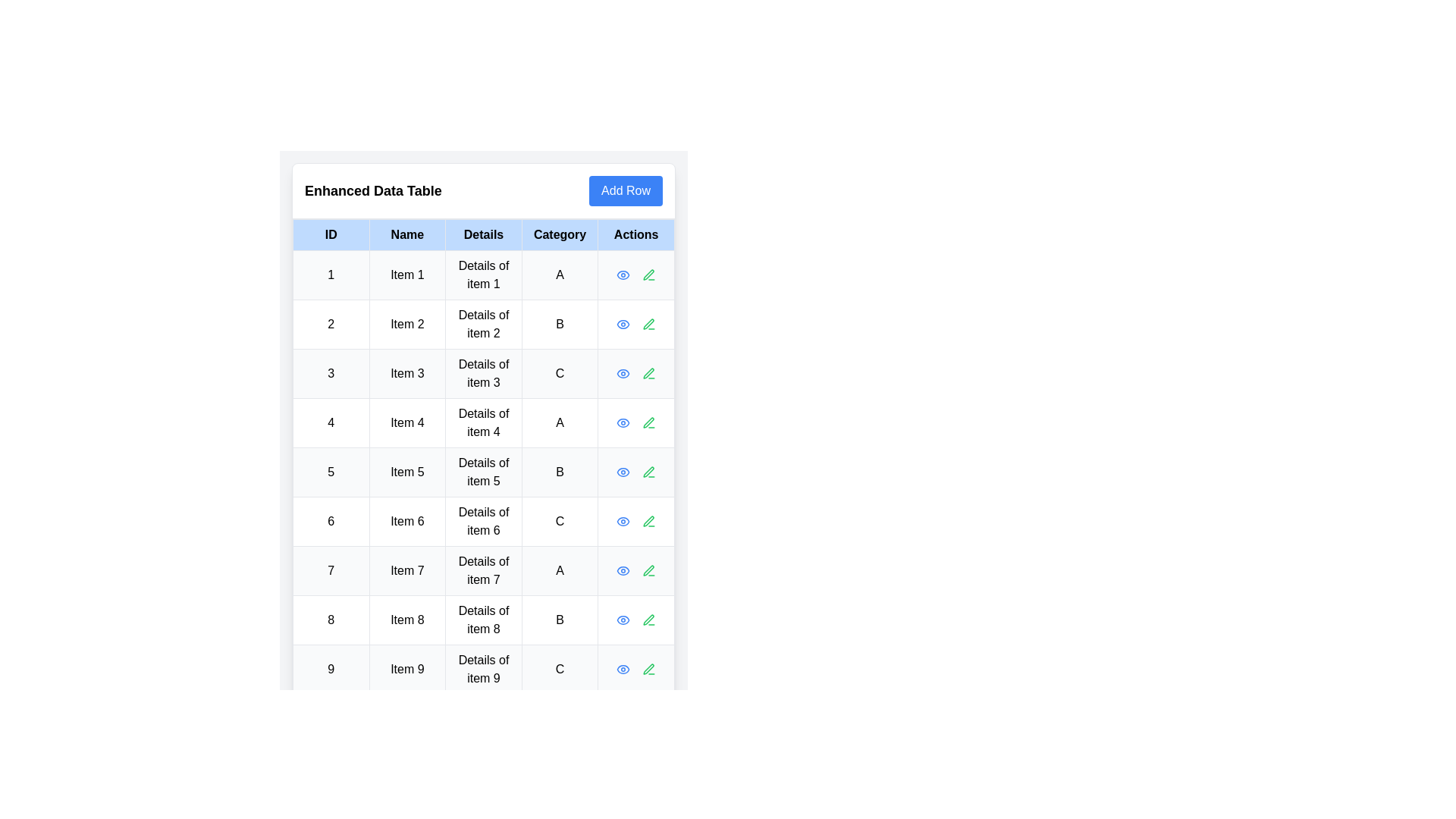 This screenshot has width=1456, height=819. Describe the element at coordinates (559, 234) in the screenshot. I see `the 'Category' column header in the data table, which is the fourth header in a row of five, located near the top-center of the interface` at that location.